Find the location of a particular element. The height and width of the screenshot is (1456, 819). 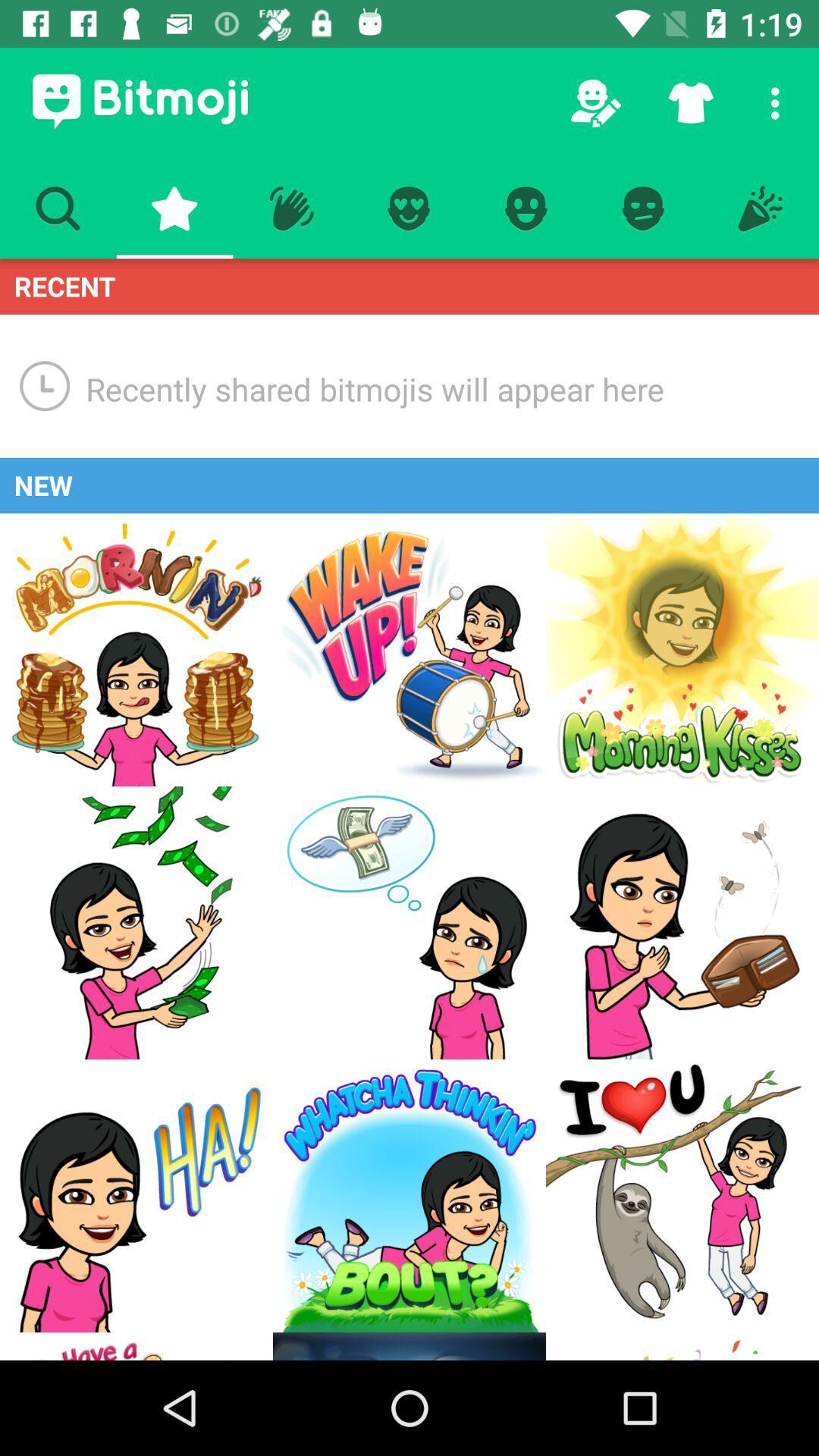

go to a new option is located at coordinates (136, 650).